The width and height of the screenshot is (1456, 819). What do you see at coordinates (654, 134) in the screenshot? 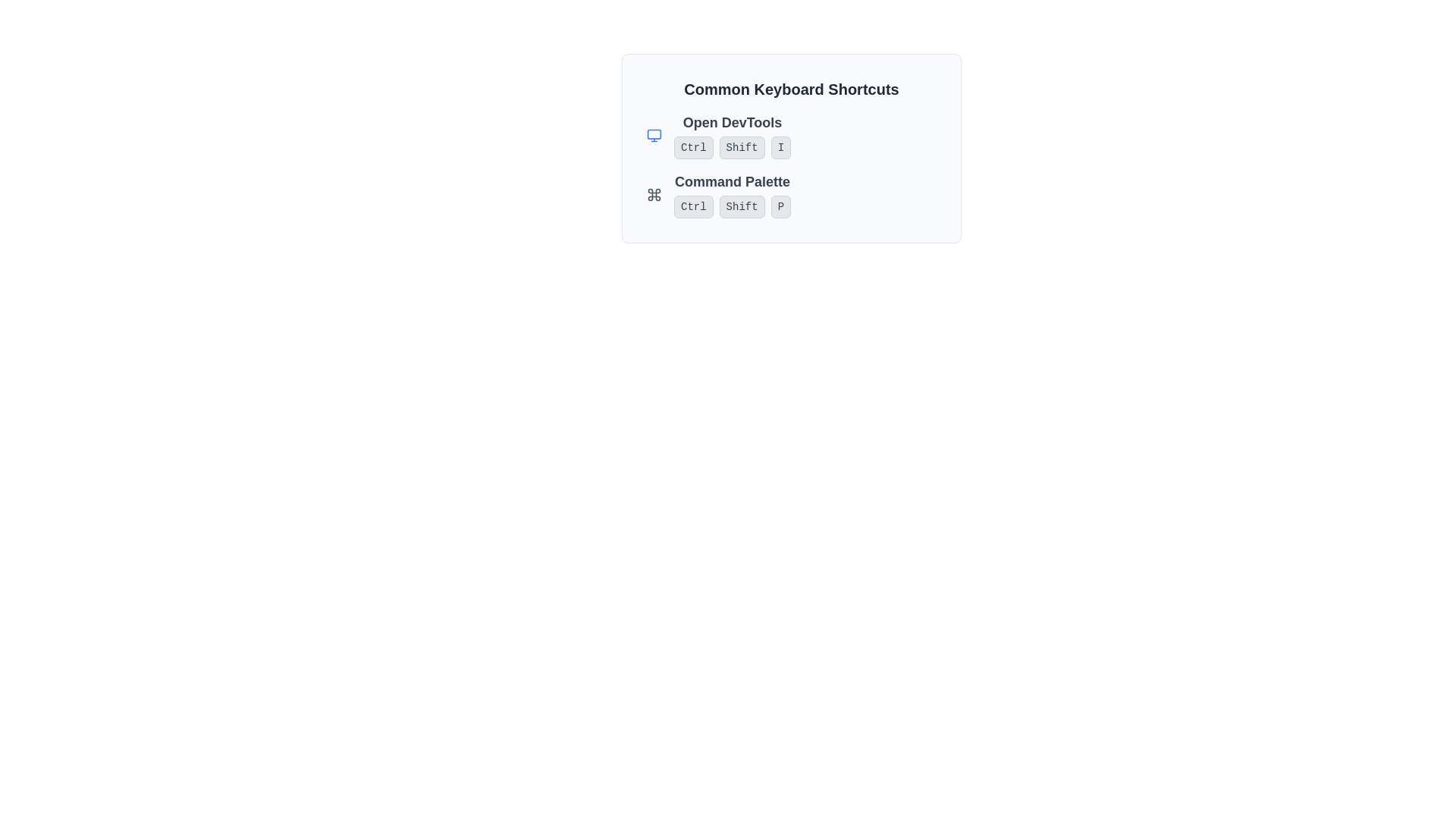
I see `the blue computer monitor icon located at the left end of the row labeled 'Open DevTools'` at bounding box center [654, 134].